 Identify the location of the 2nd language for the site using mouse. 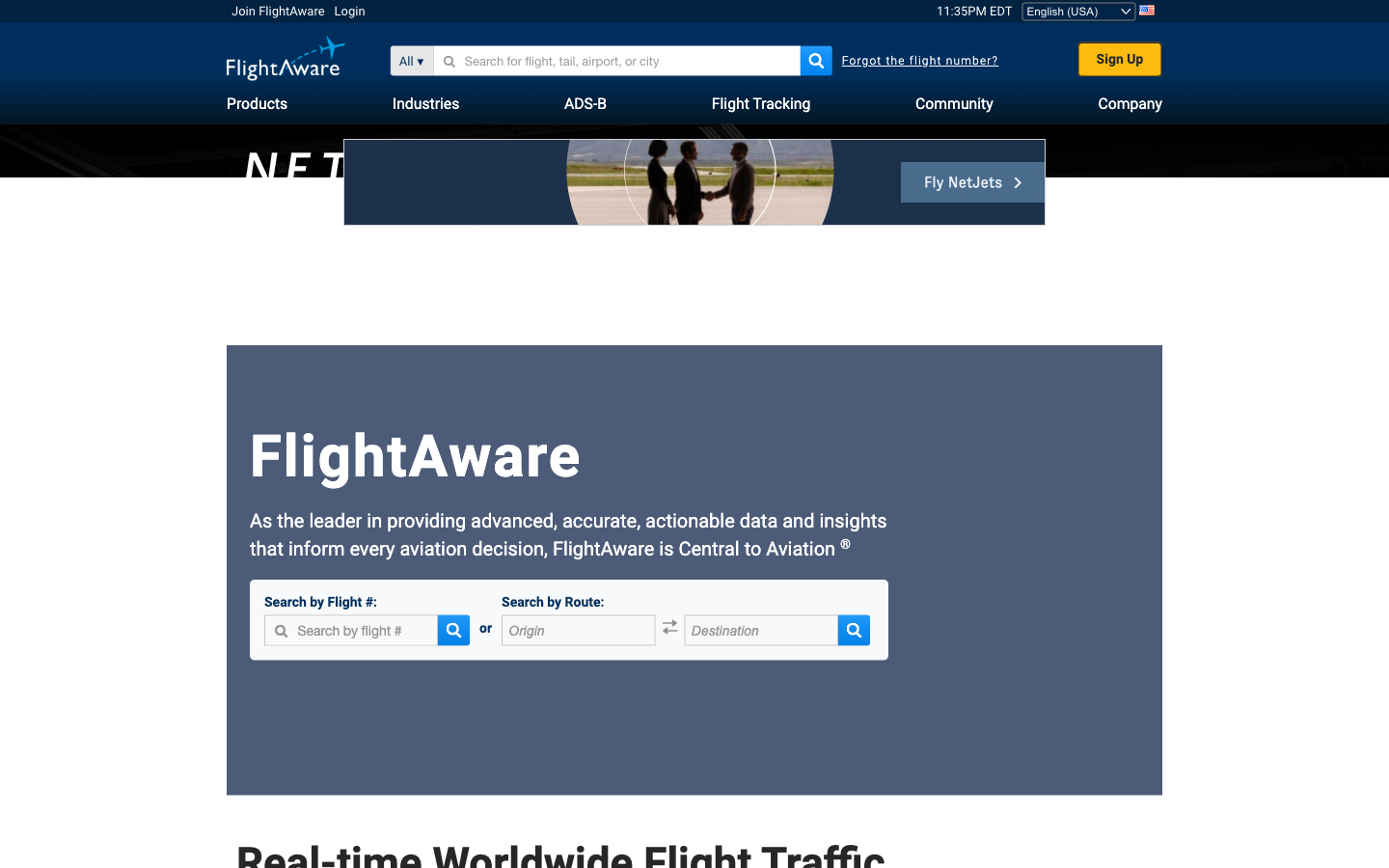
(1078, 10).